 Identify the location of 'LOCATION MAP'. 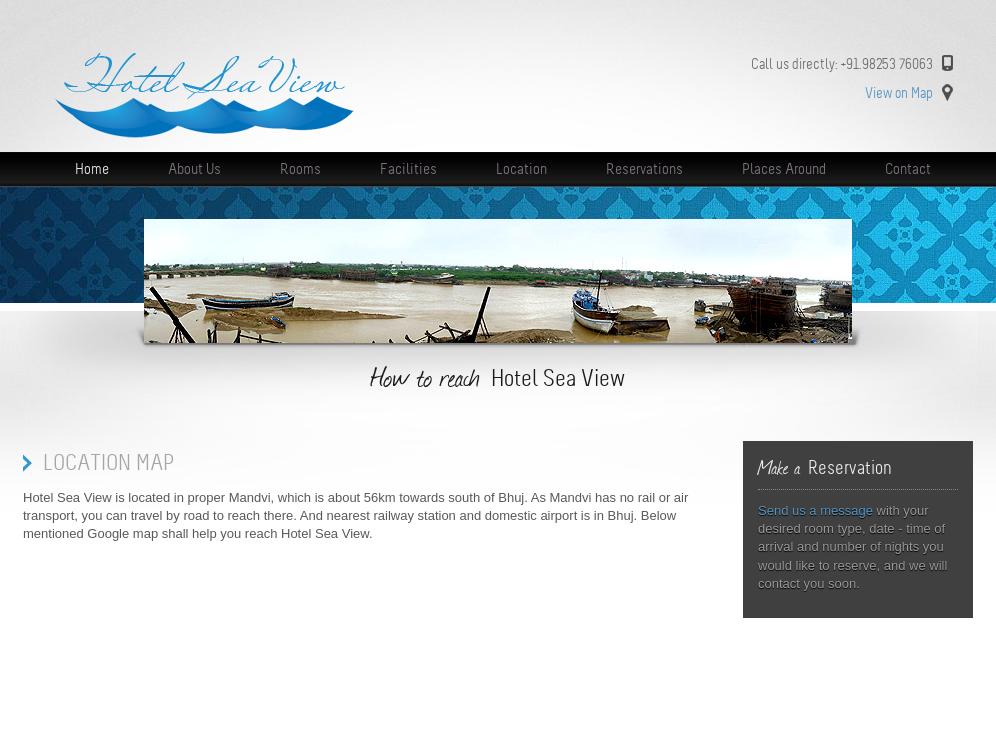
(108, 461).